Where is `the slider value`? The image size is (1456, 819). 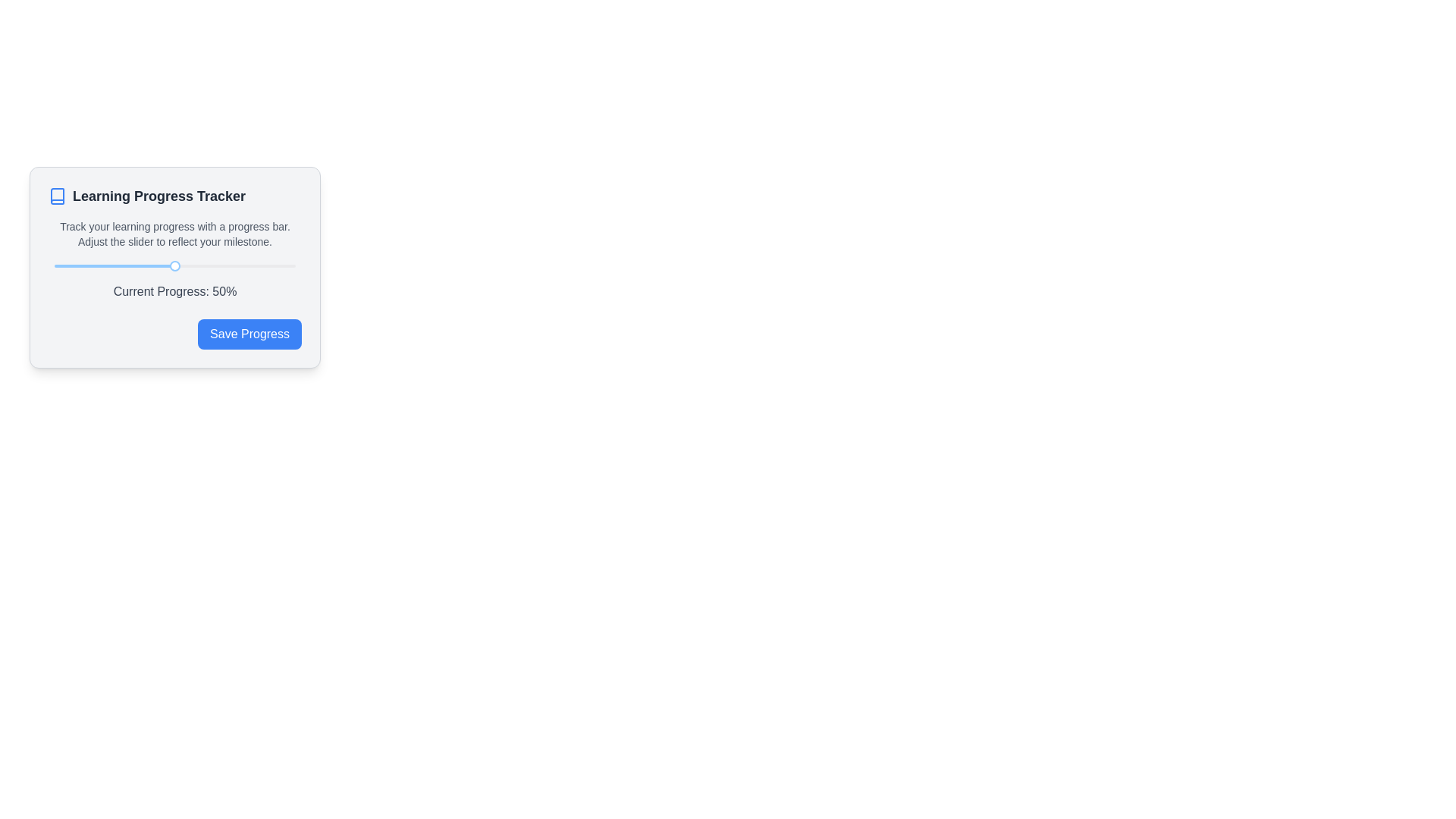 the slider value is located at coordinates (57, 265).